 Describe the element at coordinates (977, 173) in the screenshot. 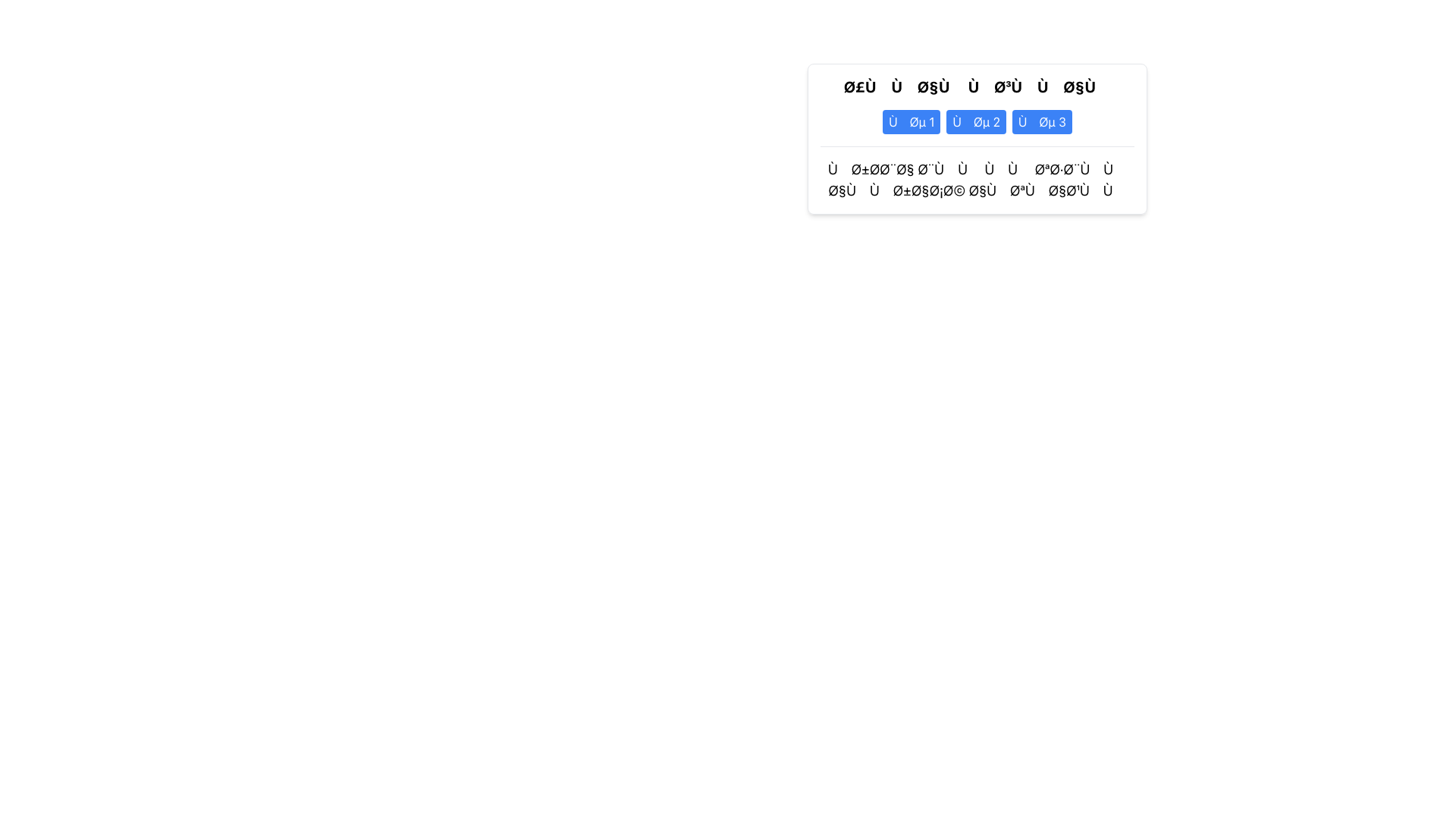

I see `the concluding Arabic text element styled with a border line, positioned below a series of buttons and text elements` at that location.